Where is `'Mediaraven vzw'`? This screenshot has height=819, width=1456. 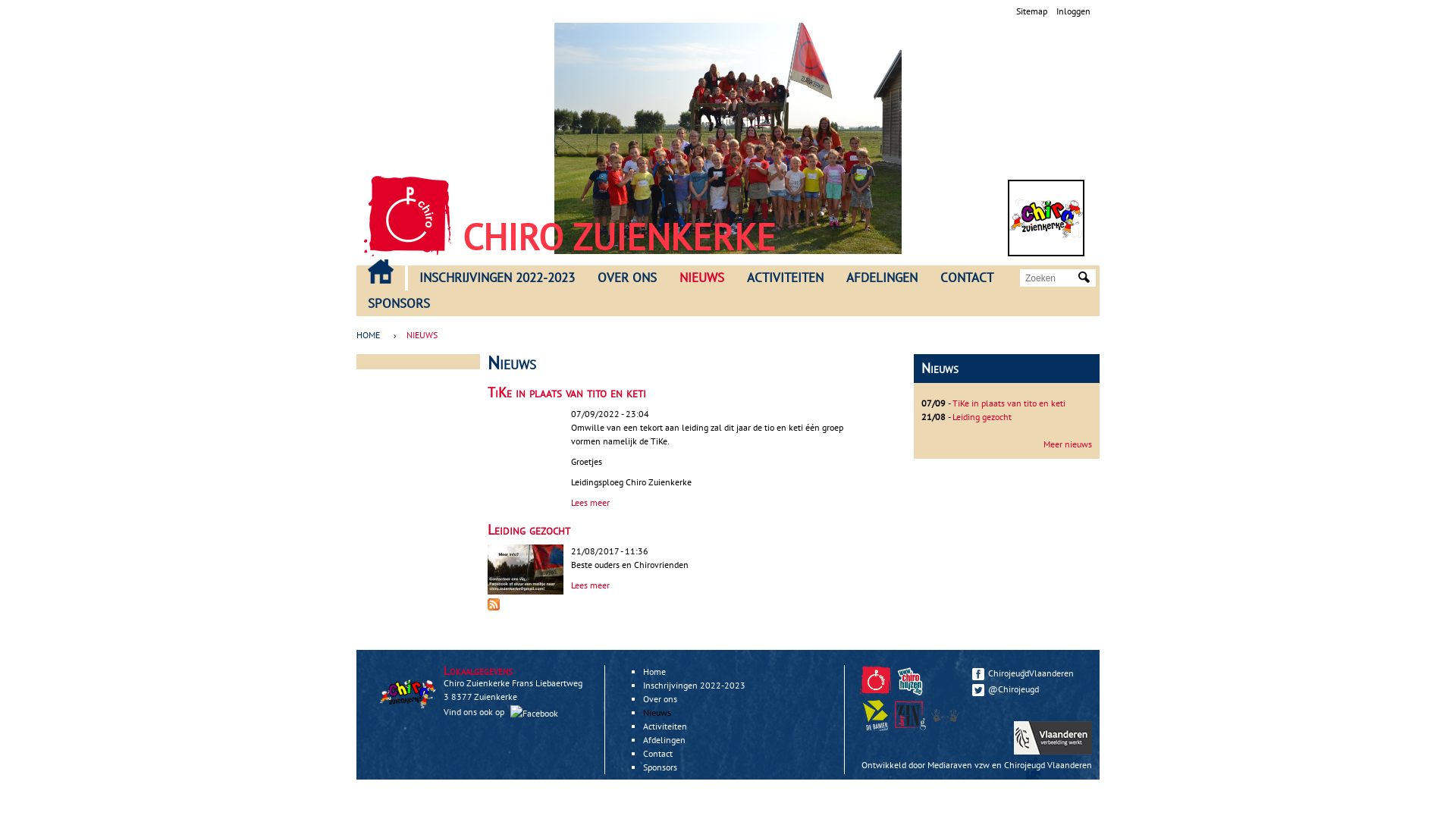 'Mediaraven vzw' is located at coordinates (957, 764).